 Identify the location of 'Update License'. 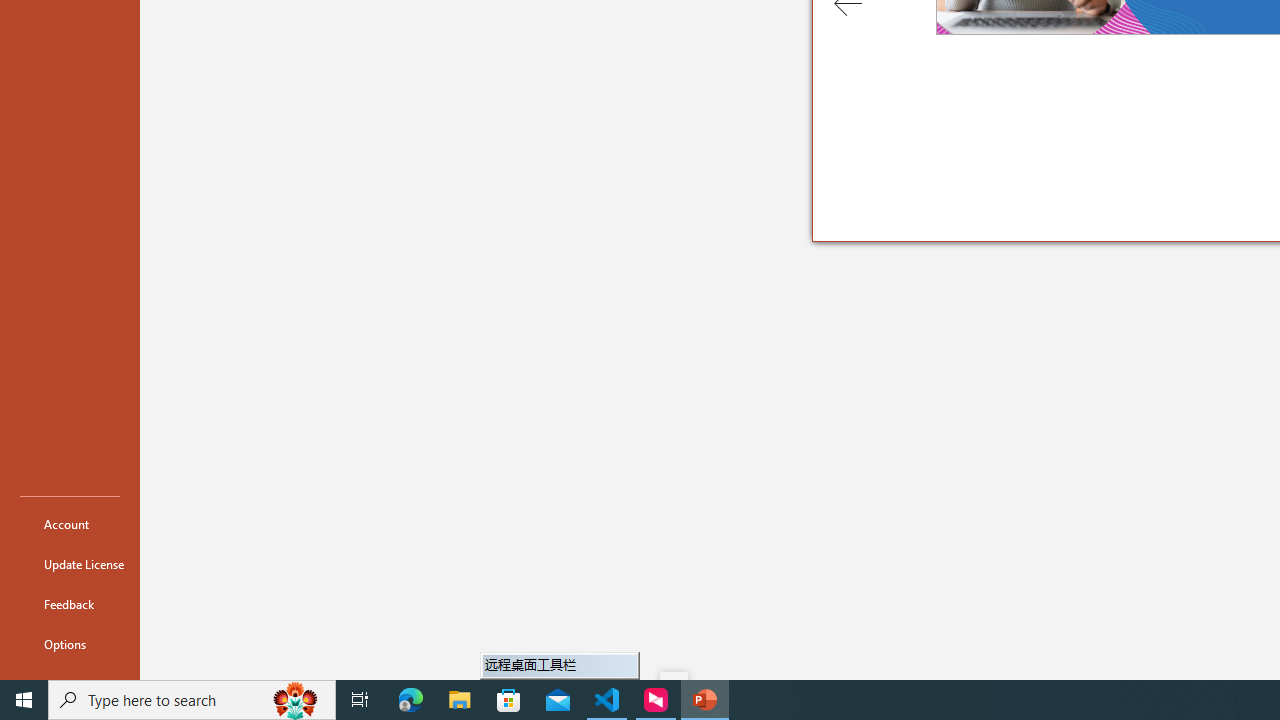
(69, 564).